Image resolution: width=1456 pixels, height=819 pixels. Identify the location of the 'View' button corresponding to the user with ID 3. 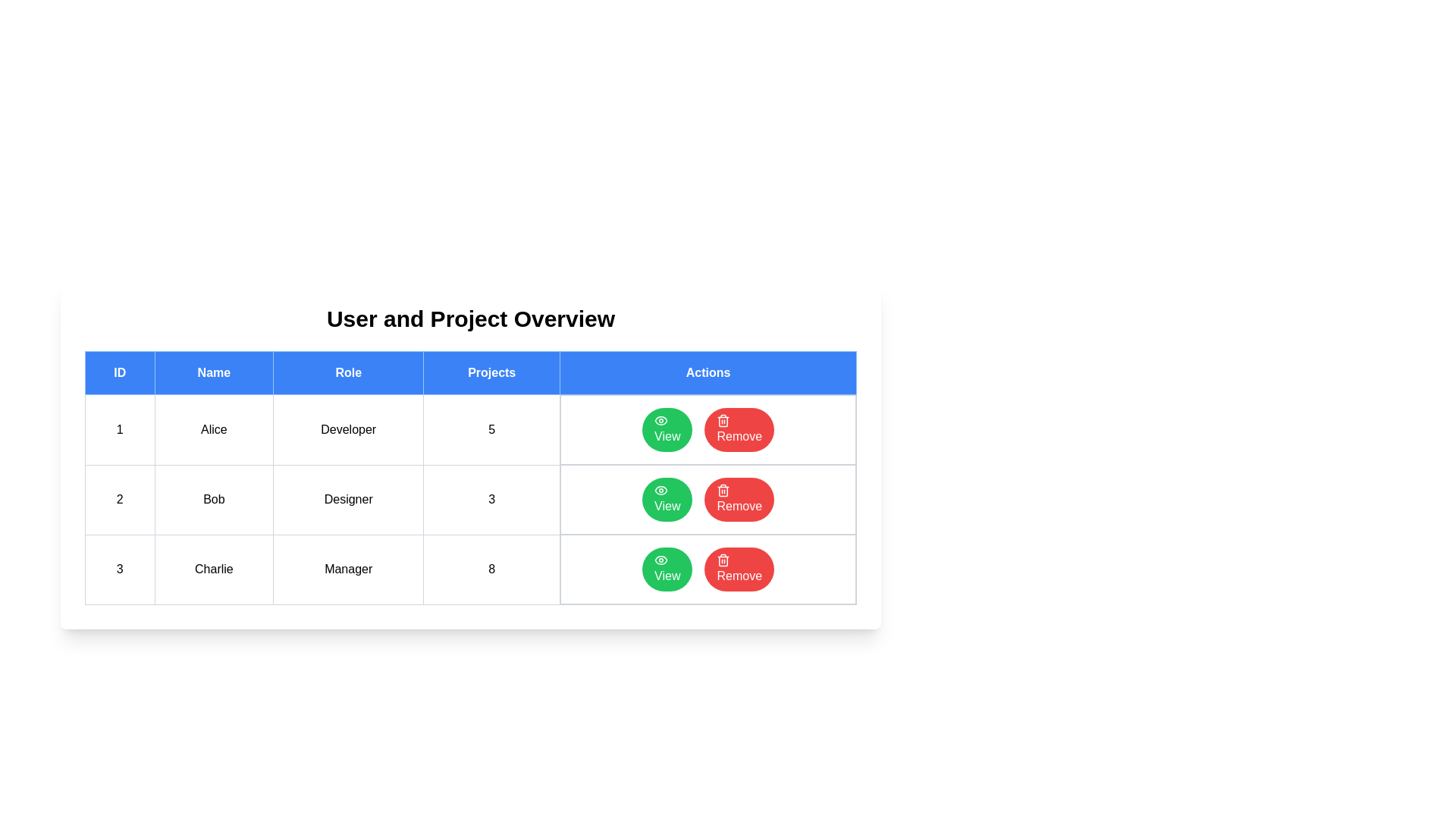
(667, 570).